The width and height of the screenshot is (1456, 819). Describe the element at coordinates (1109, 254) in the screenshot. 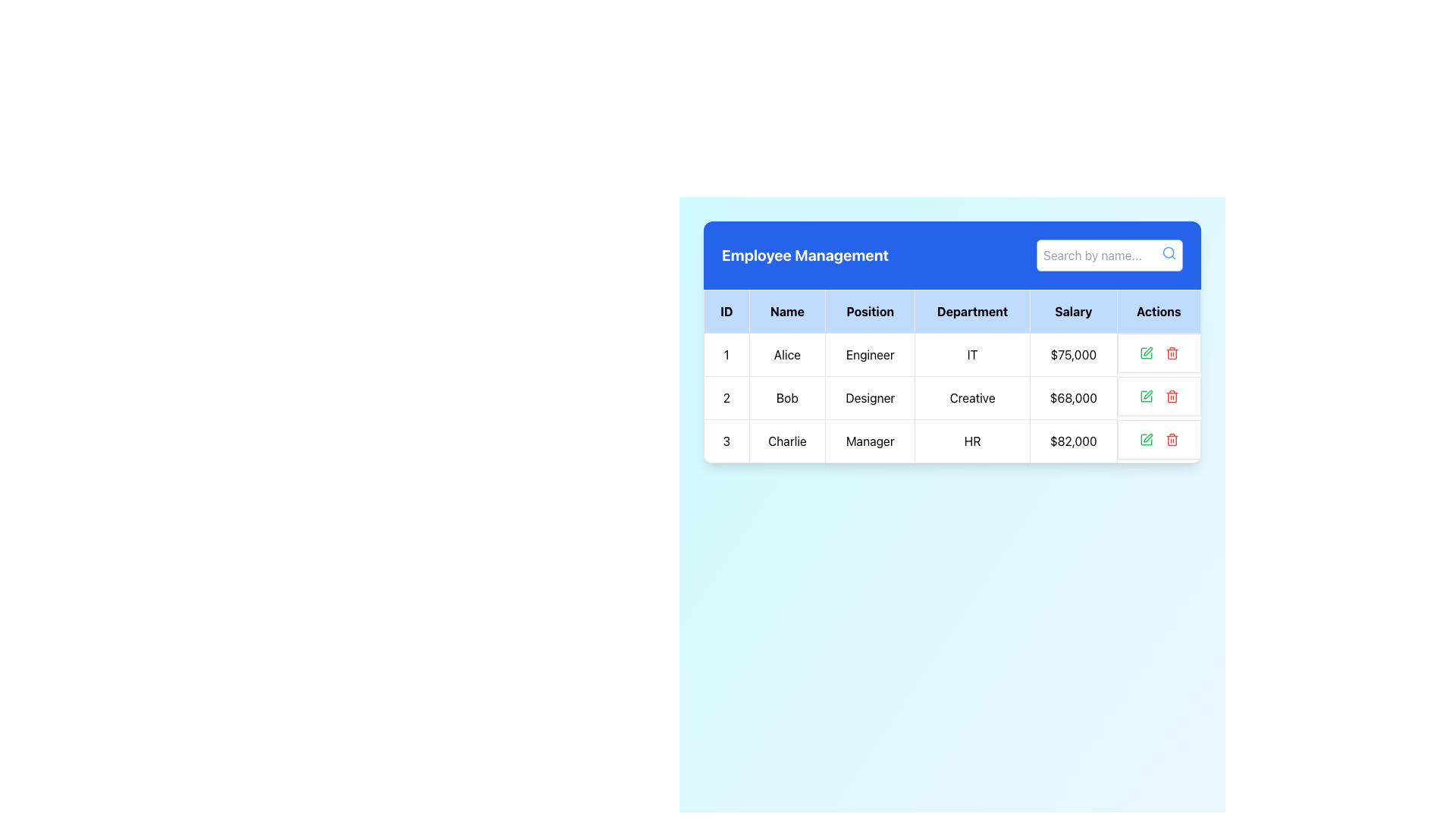

I see `the search input box located in the top-right corner of the 'Employee Management' section header bar` at that location.